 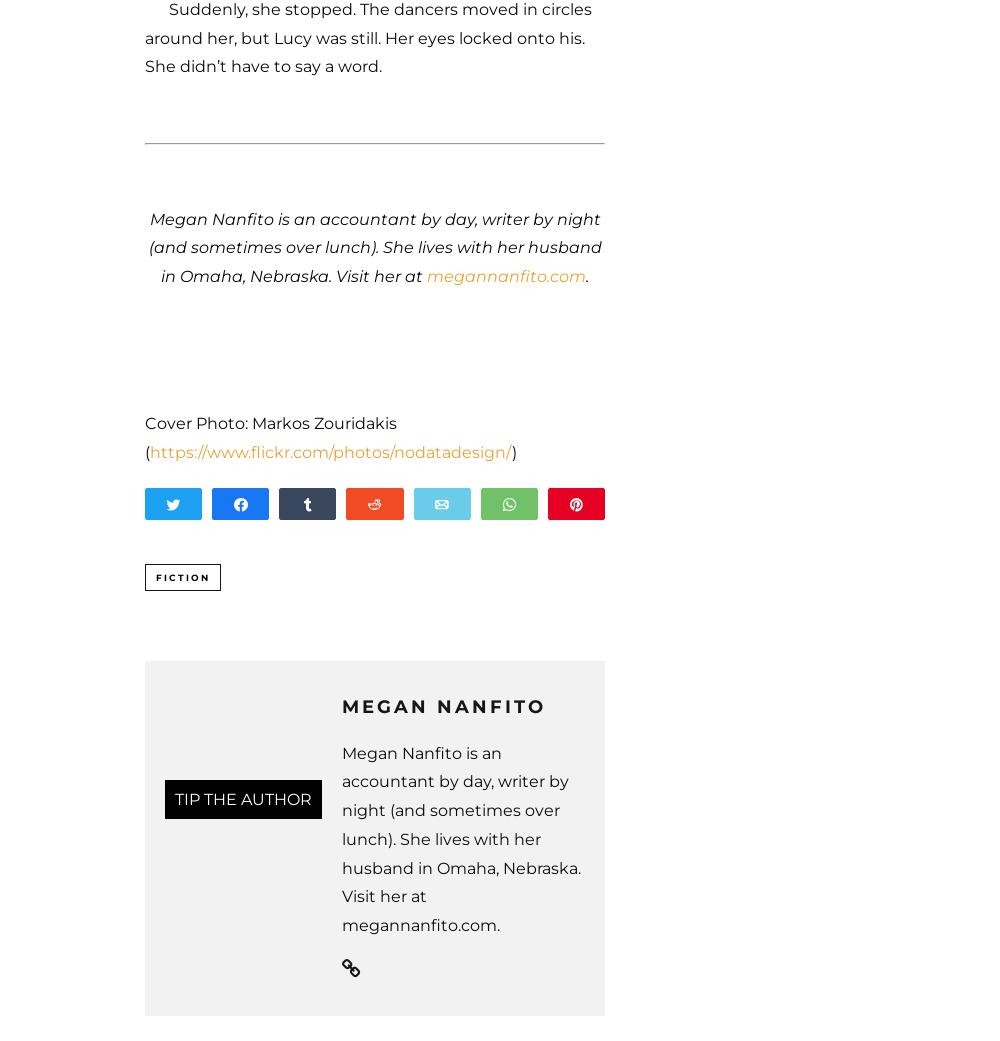 I want to click on 'Fiction', so click(x=183, y=577).